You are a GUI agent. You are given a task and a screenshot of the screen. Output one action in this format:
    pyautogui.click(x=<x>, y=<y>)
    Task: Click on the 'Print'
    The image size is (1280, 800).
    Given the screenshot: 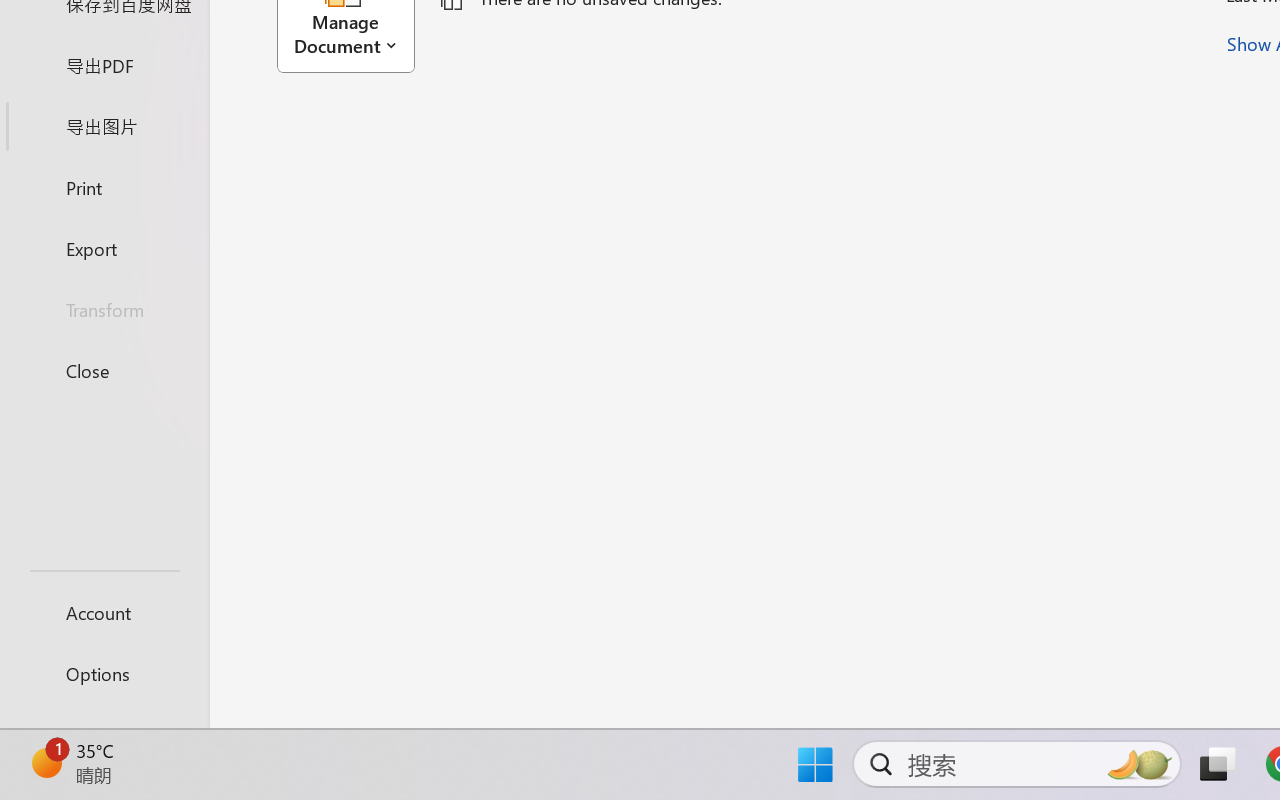 What is the action you would take?
    pyautogui.click(x=103, y=186)
    